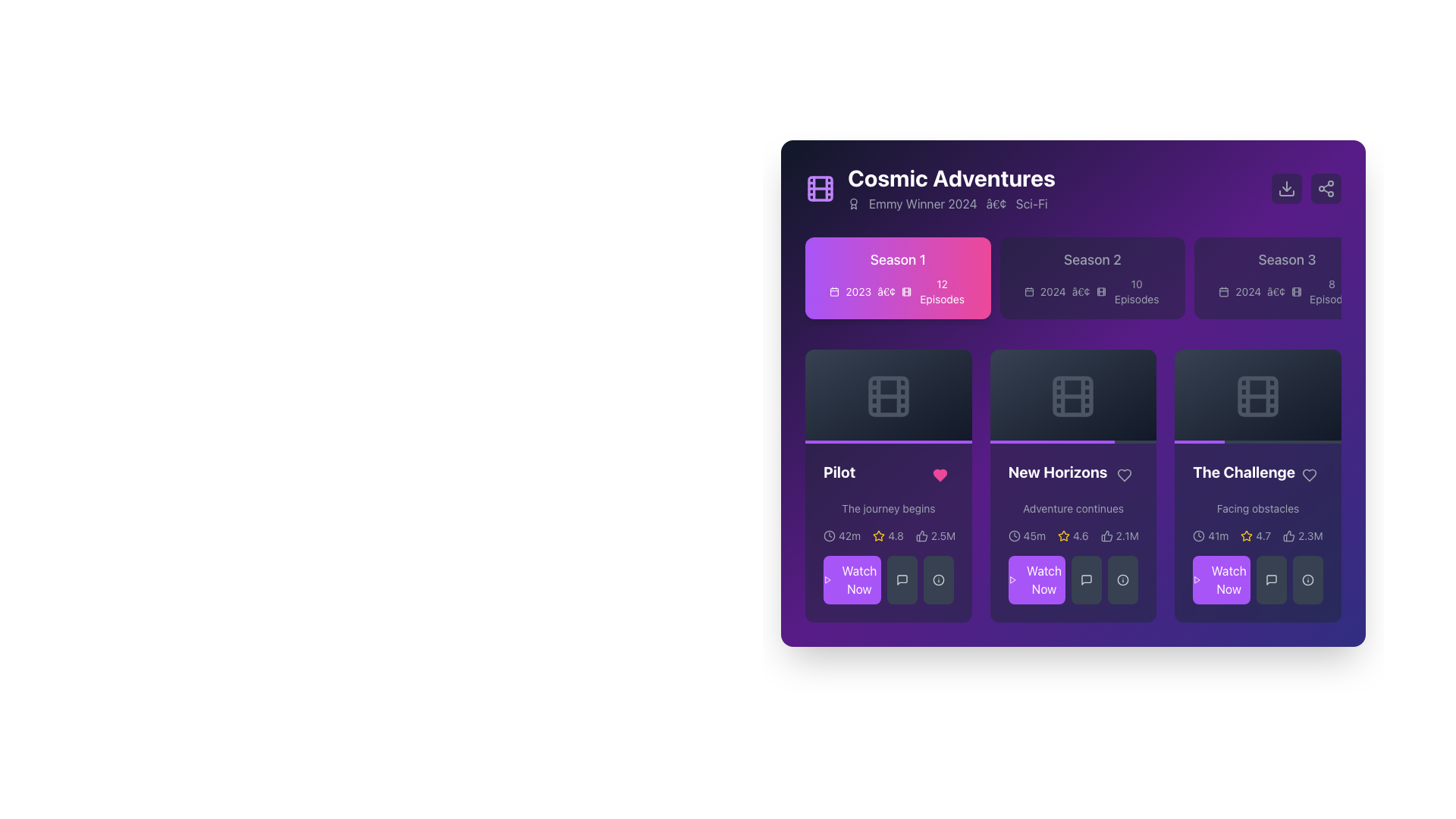 The image size is (1456, 819). Describe the element at coordinates (888, 395) in the screenshot. I see `the film or video icon located in the first card of the first row under the 'Season 1' tab, above the 'Pilot' episode details` at that location.